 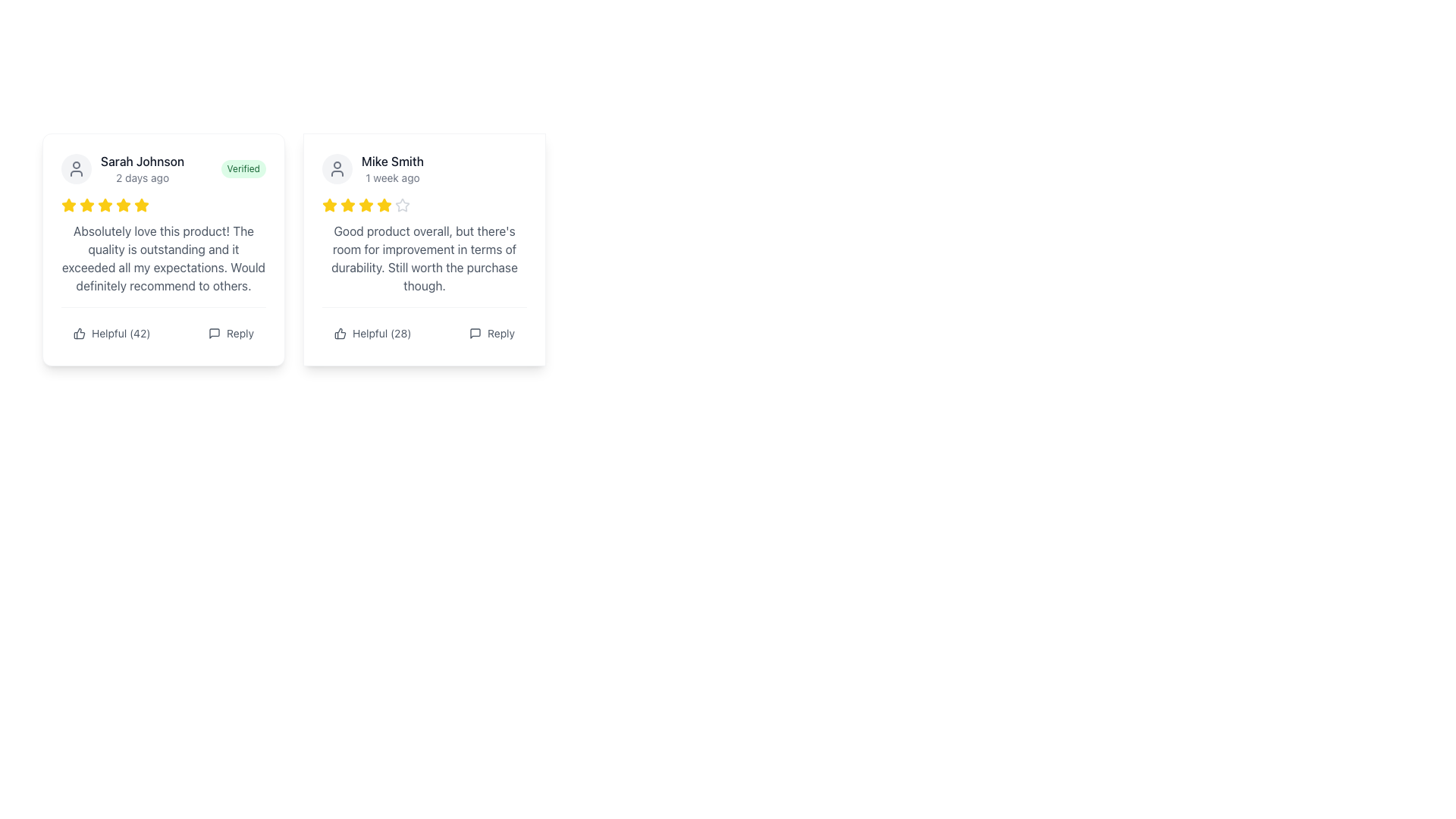 I want to click on the A rating component made of individual star icons, which is located directly below the user's name and review date information, centrally within the card layout, so click(x=164, y=205).